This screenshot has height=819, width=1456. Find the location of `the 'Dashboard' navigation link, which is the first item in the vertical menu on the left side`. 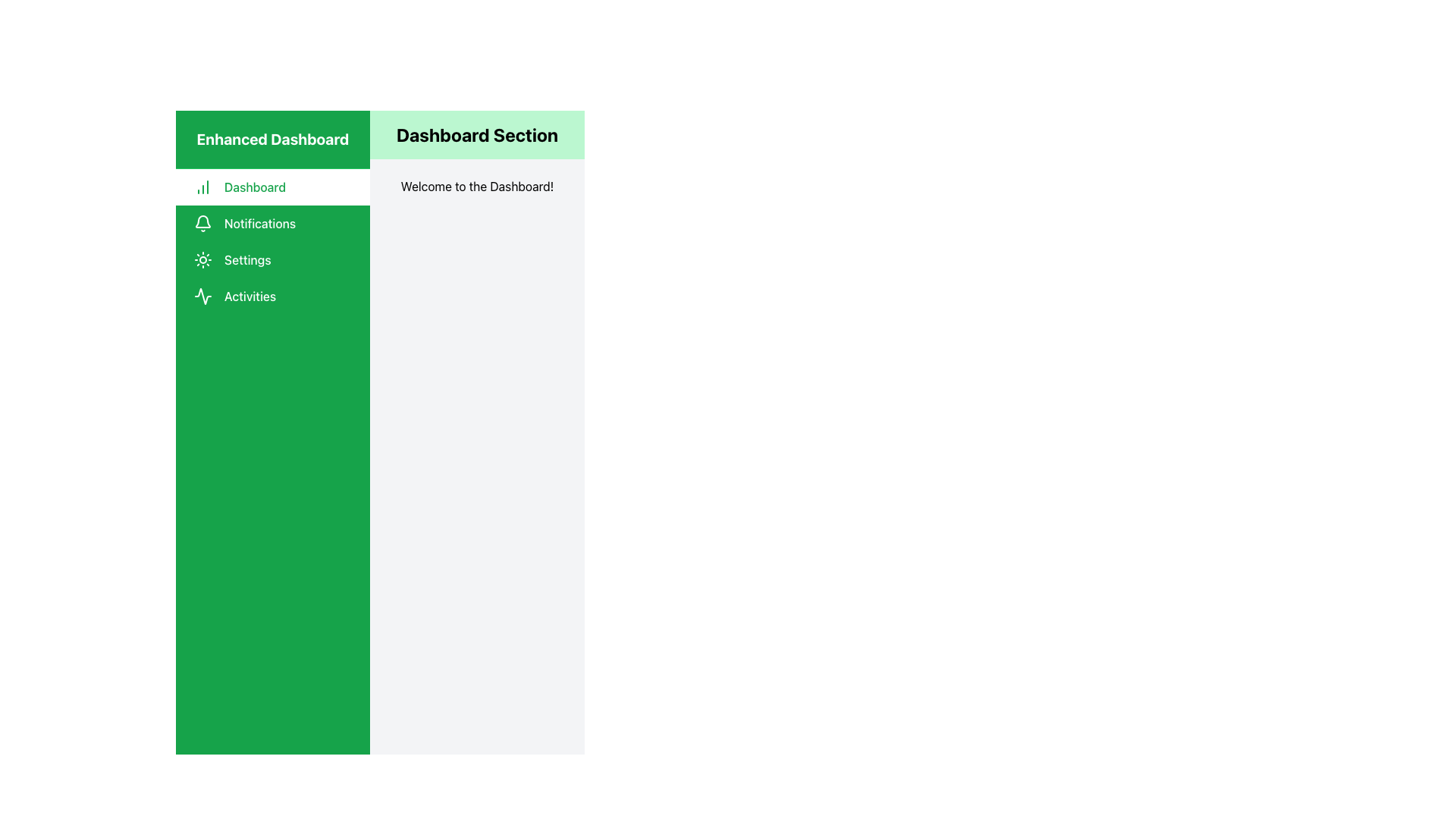

the 'Dashboard' navigation link, which is the first item in the vertical menu on the left side is located at coordinates (273, 186).